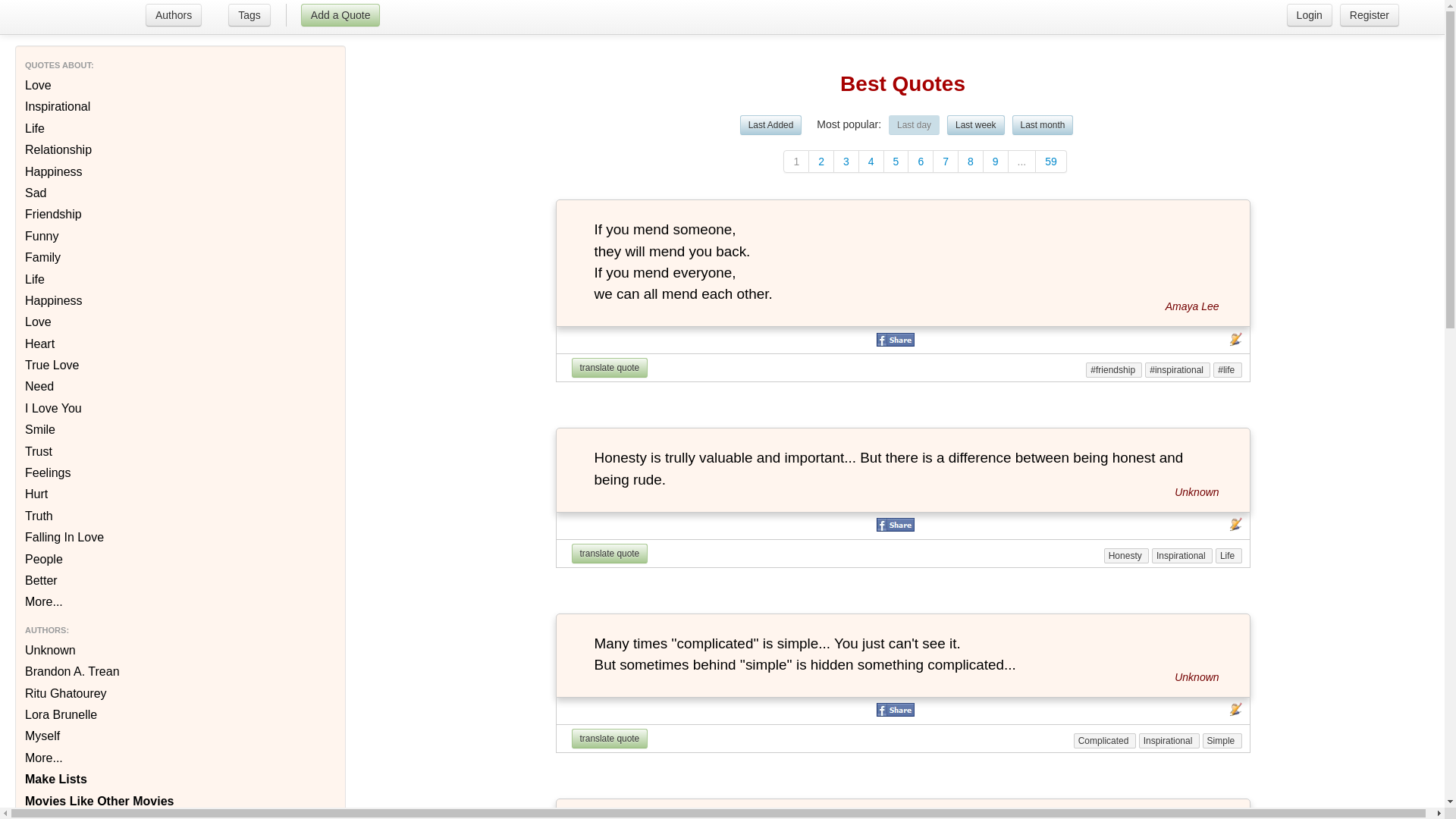 The height and width of the screenshot is (819, 1456). I want to click on '...', so click(1022, 161).